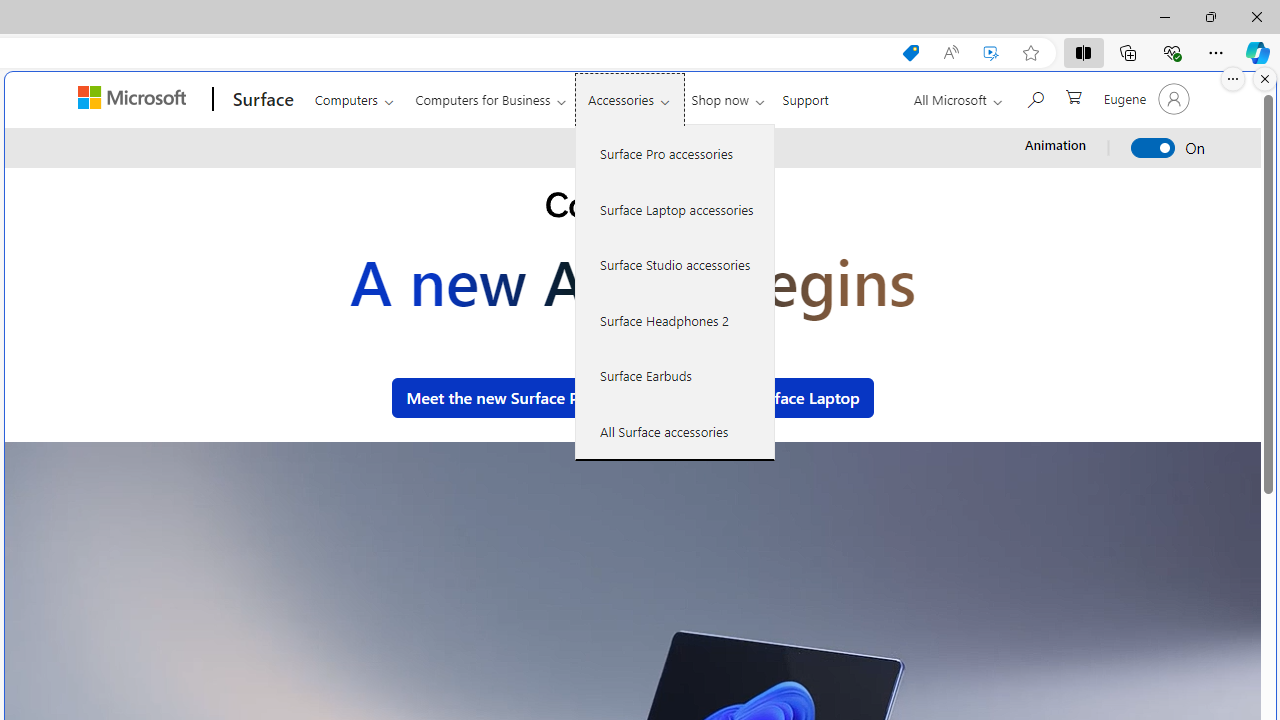 The width and height of the screenshot is (1280, 720). Describe the element at coordinates (752, 397) in the screenshot. I see `'Meet the new Surface Laptop'` at that location.